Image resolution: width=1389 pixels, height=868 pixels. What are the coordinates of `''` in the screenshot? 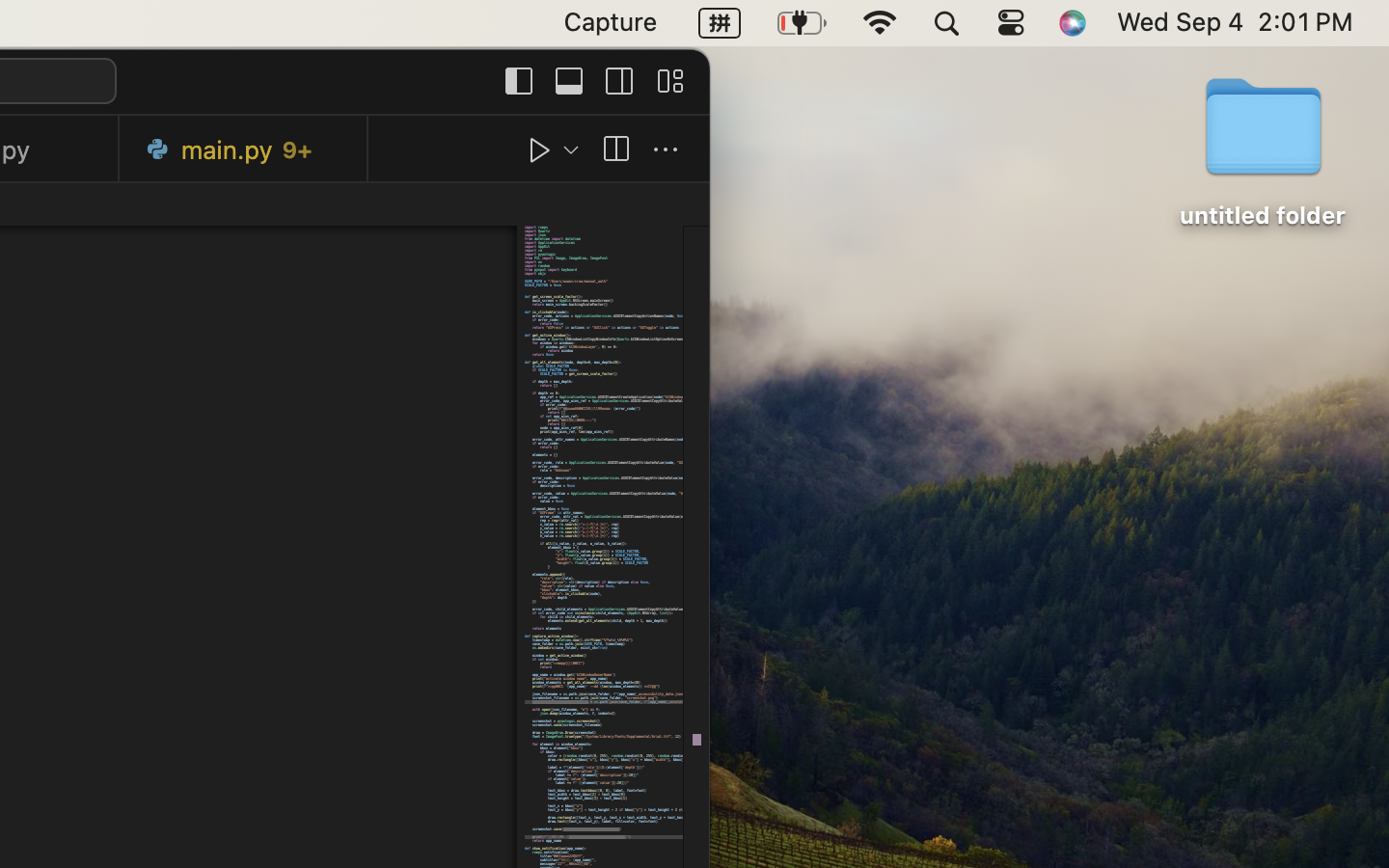 It's located at (614, 149).